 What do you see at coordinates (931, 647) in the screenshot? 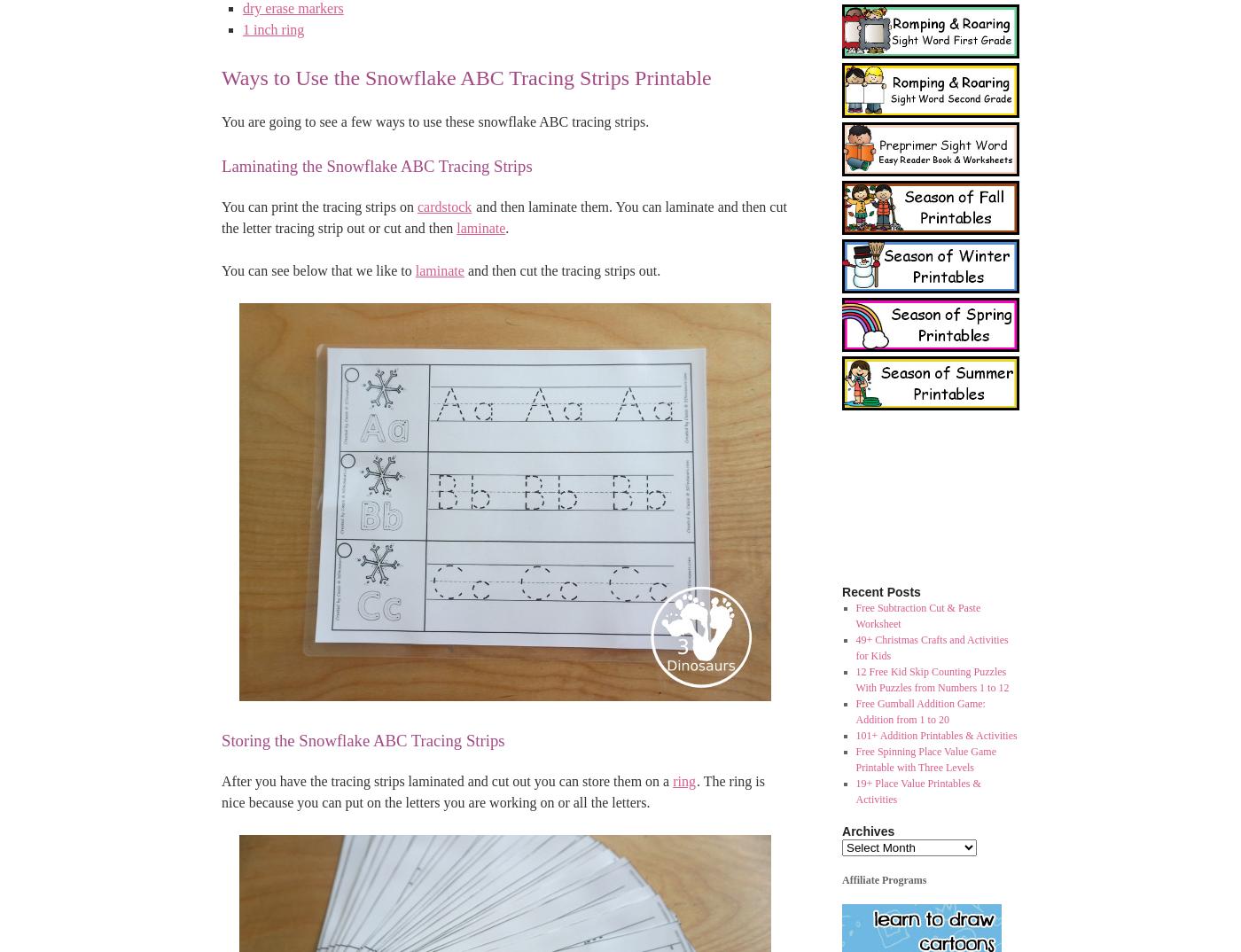
I see `'49+ Christmas Crafts and Activities for Kids'` at bounding box center [931, 647].